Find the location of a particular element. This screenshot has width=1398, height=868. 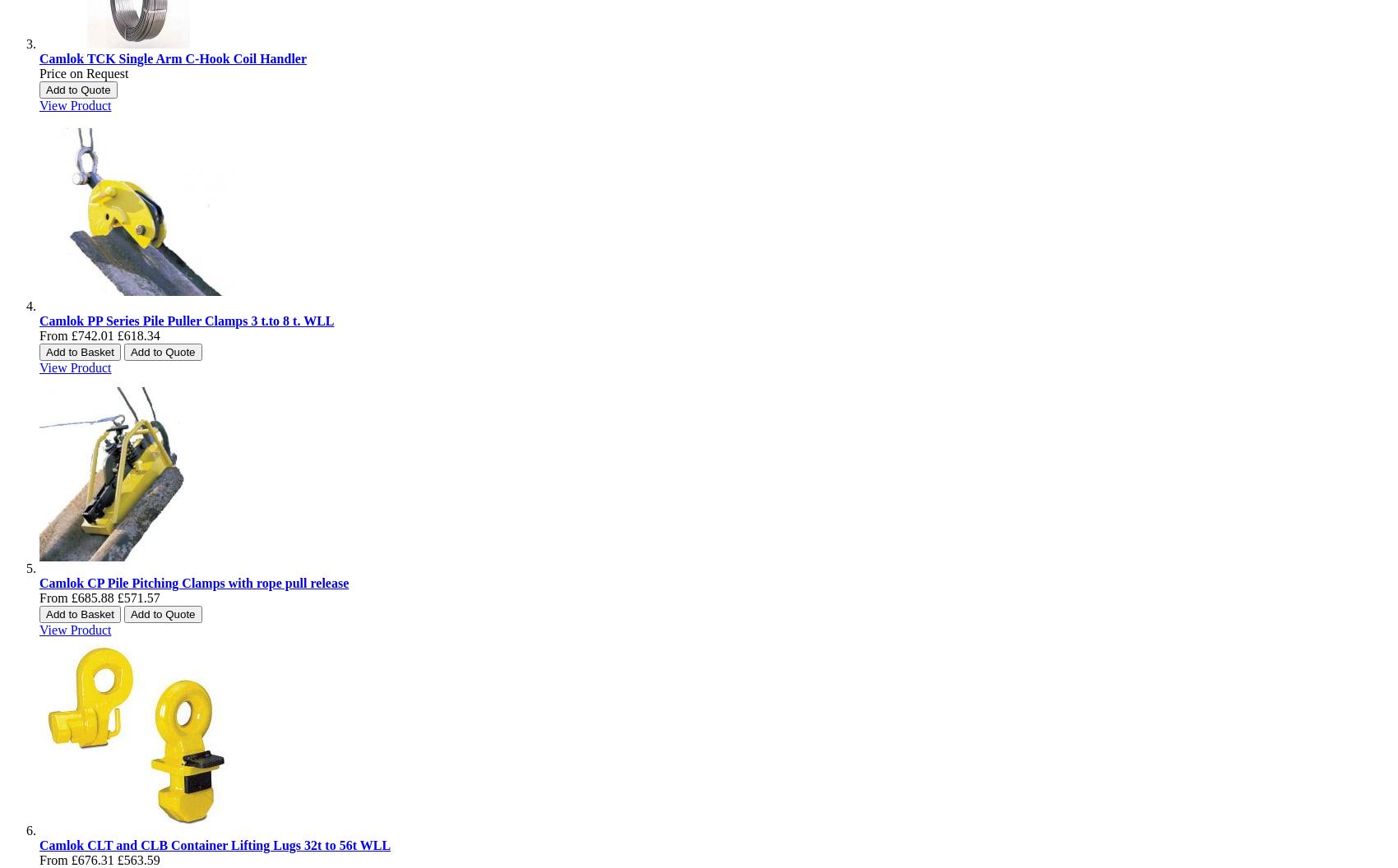

'£571.57' is located at coordinates (137, 597).